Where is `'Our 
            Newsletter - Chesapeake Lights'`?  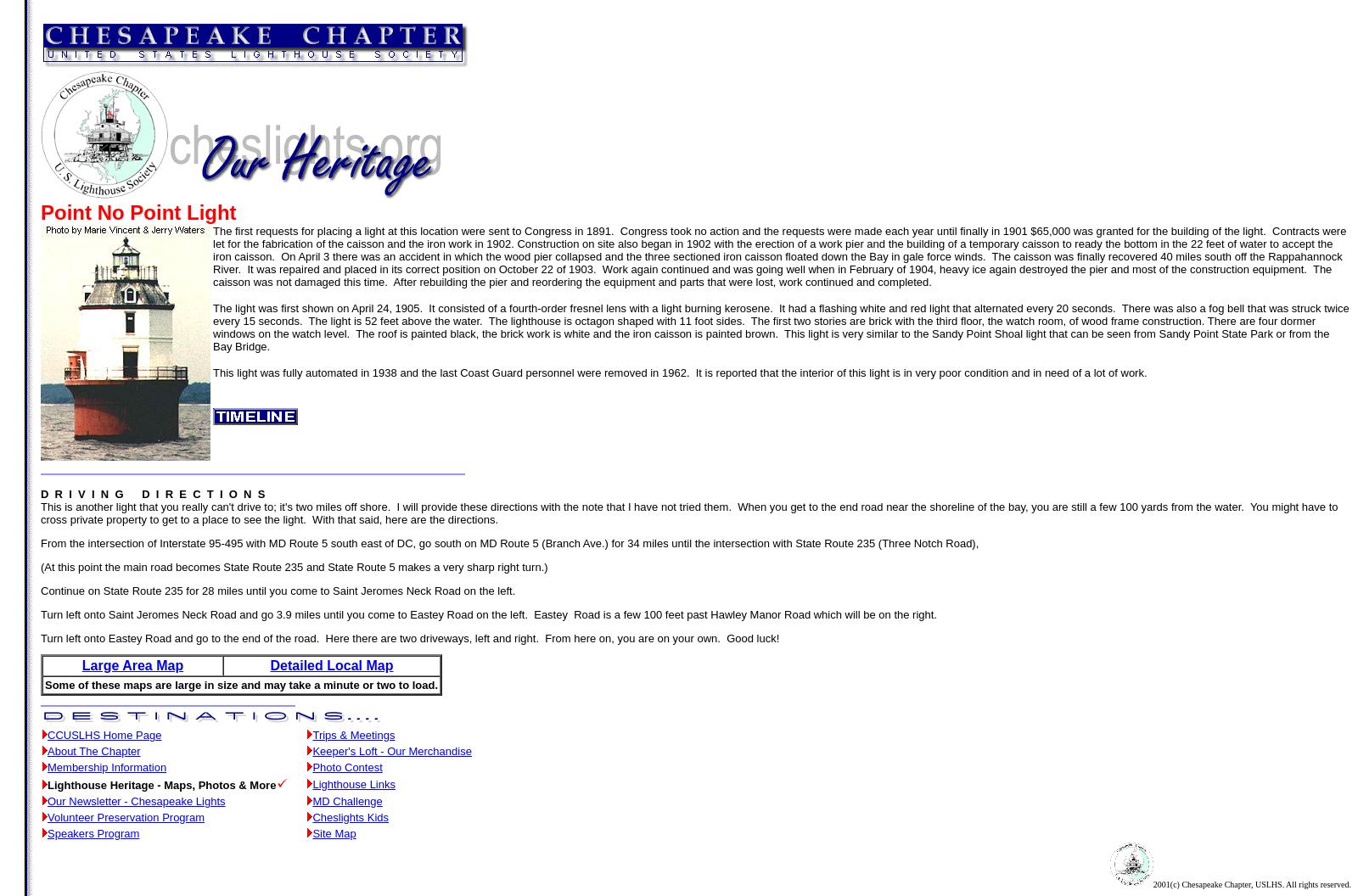 'Our 
            Newsletter - Chesapeake Lights' is located at coordinates (135, 801).